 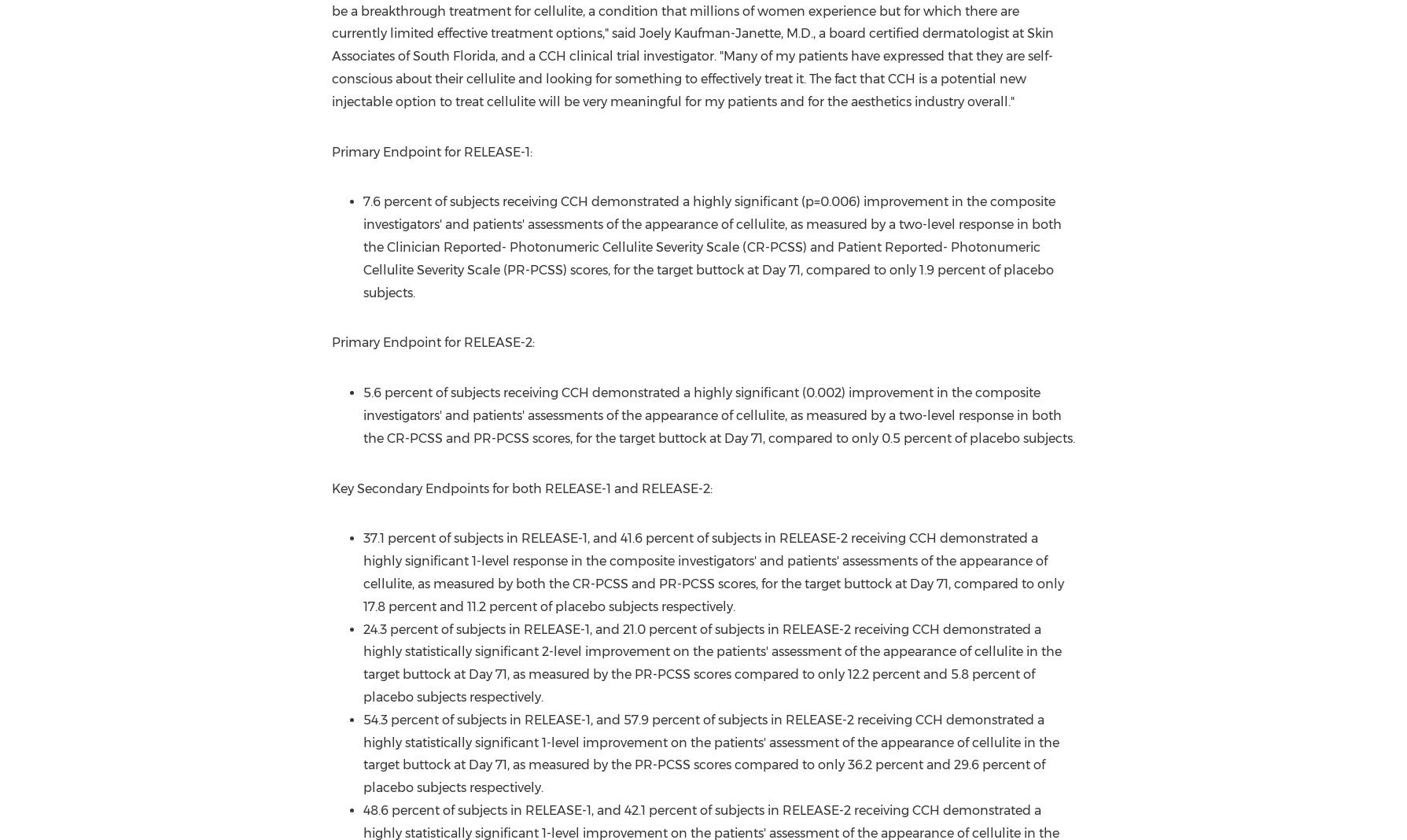 I want to click on 'Primary Endpoint for RELEASE-2:', so click(x=433, y=342).